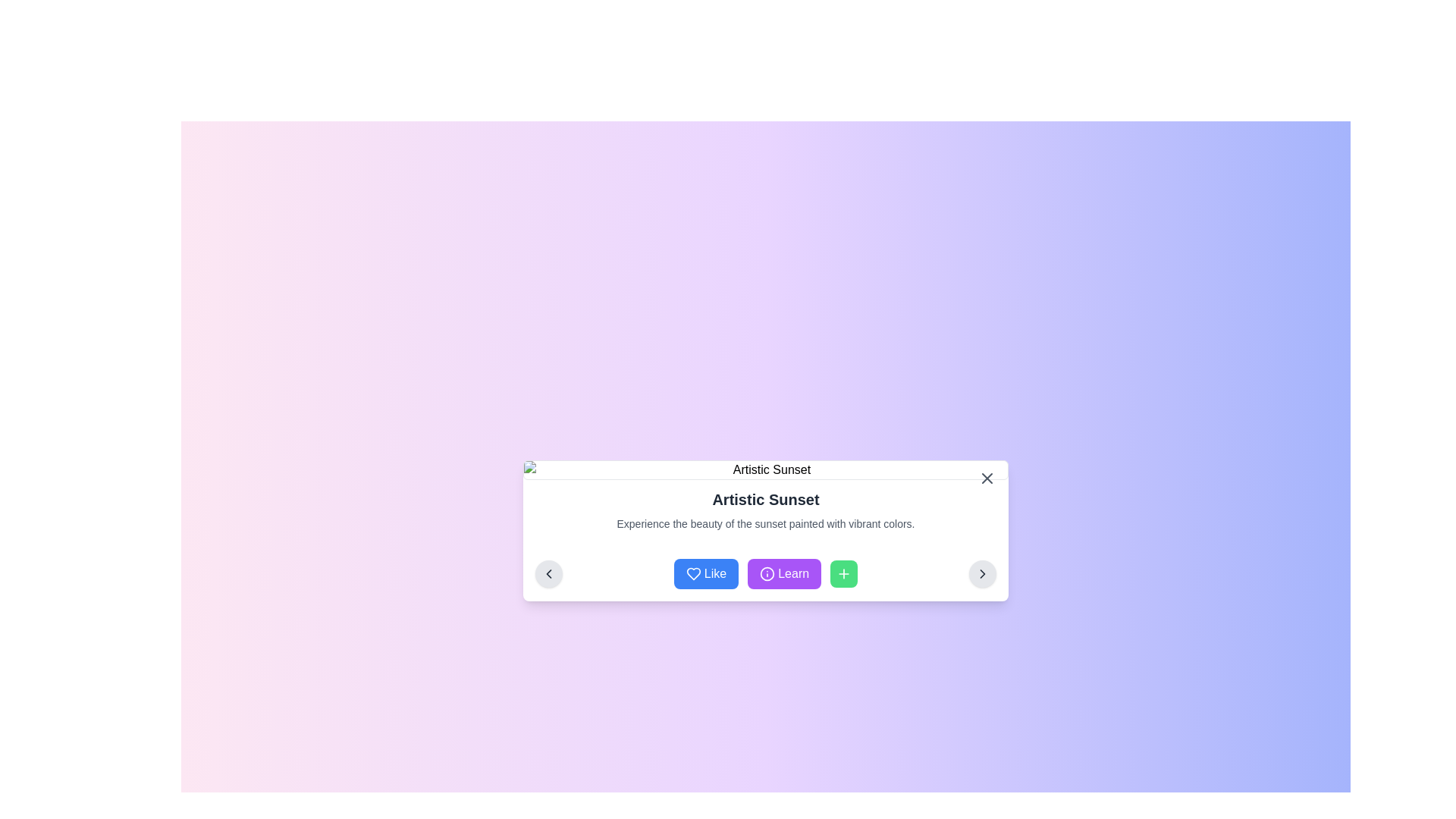 The image size is (1456, 819). Describe the element at coordinates (843, 573) in the screenshot. I see `the 'plus' icon located at the center of the green button at the bottom right corner of the interface window for accessibility features` at that location.